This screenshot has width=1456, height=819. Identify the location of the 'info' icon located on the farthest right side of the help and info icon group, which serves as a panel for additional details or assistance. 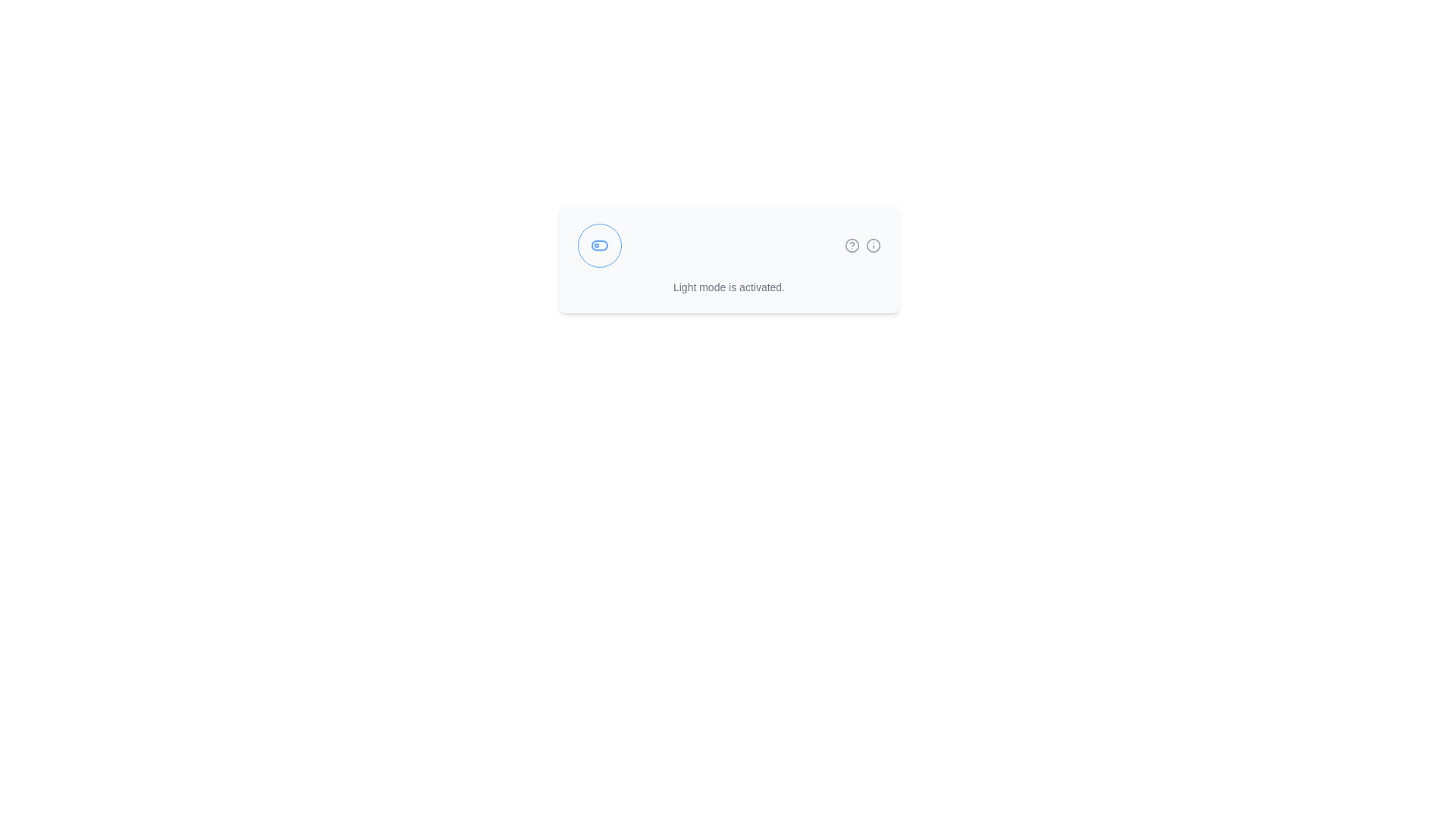
(862, 245).